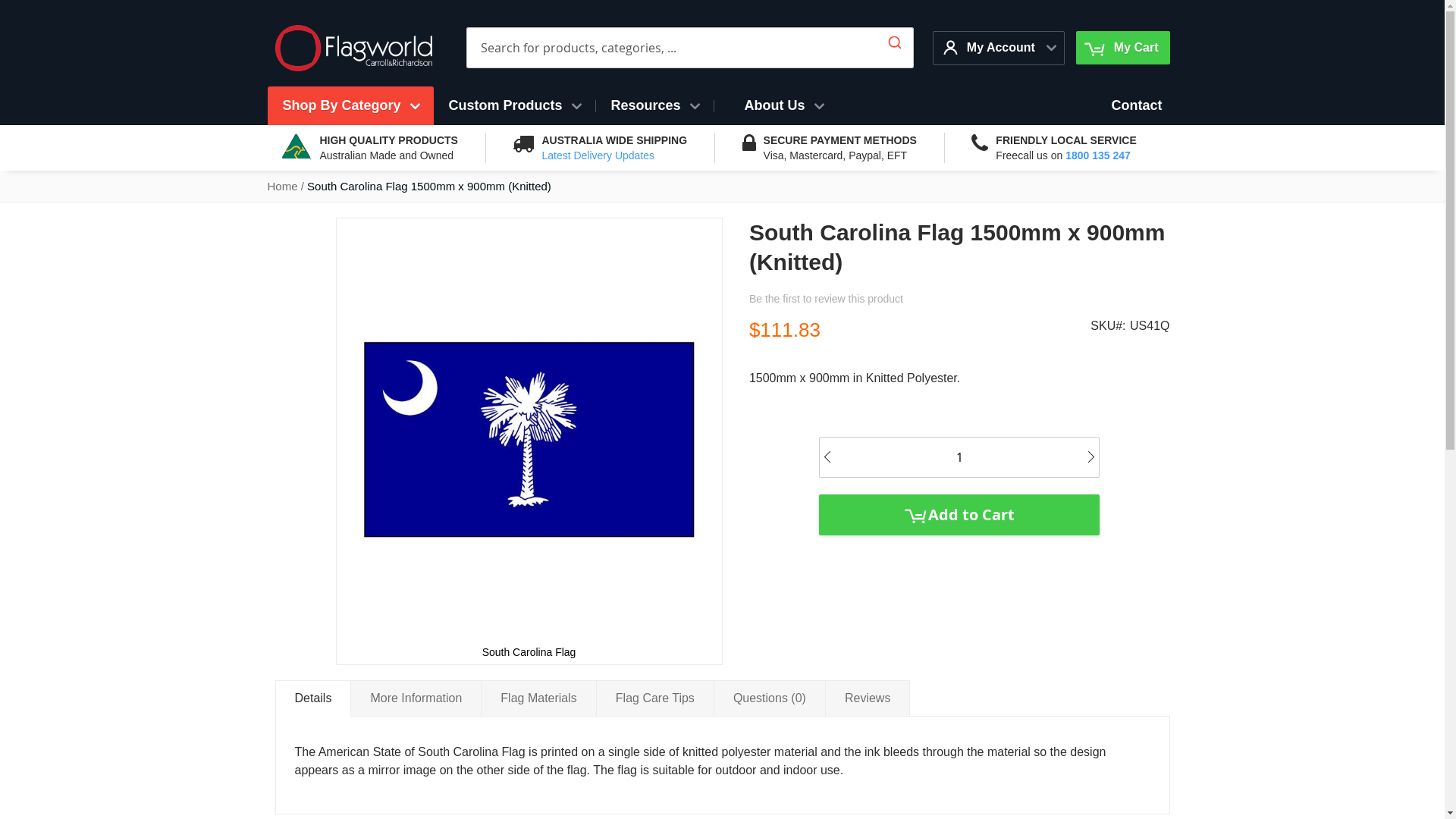  What do you see at coordinates (824, 698) in the screenshot?
I see `'Reviews'` at bounding box center [824, 698].